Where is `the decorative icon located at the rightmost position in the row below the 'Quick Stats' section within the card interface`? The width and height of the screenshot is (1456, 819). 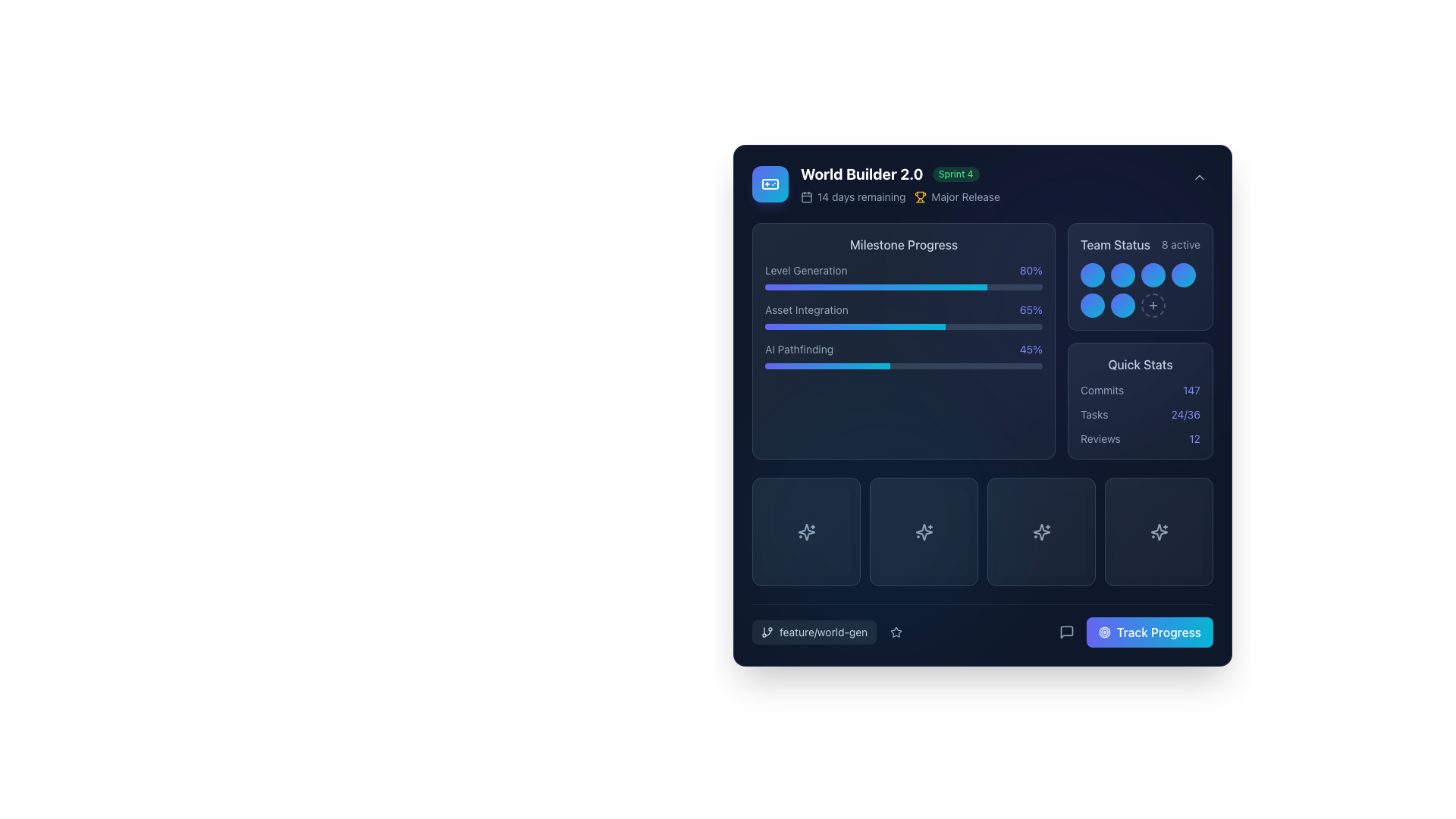 the decorative icon located at the rightmost position in the row below the 'Quick Stats' section within the card interface is located at coordinates (1158, 531).